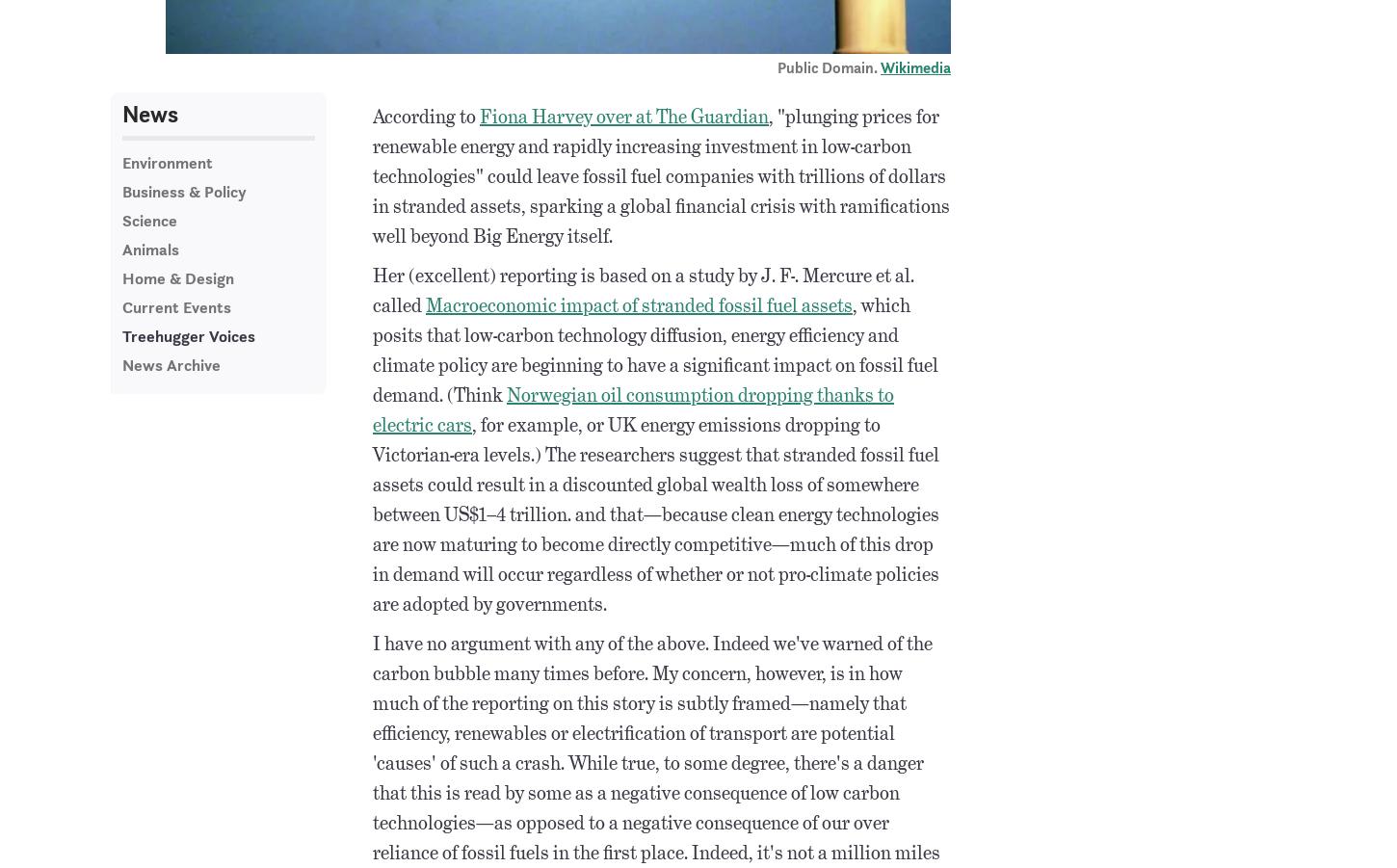  What do you see at coordinates (171, 363) in the screenshot?
I see `'News Archive'` at bounding box center [171, 363].